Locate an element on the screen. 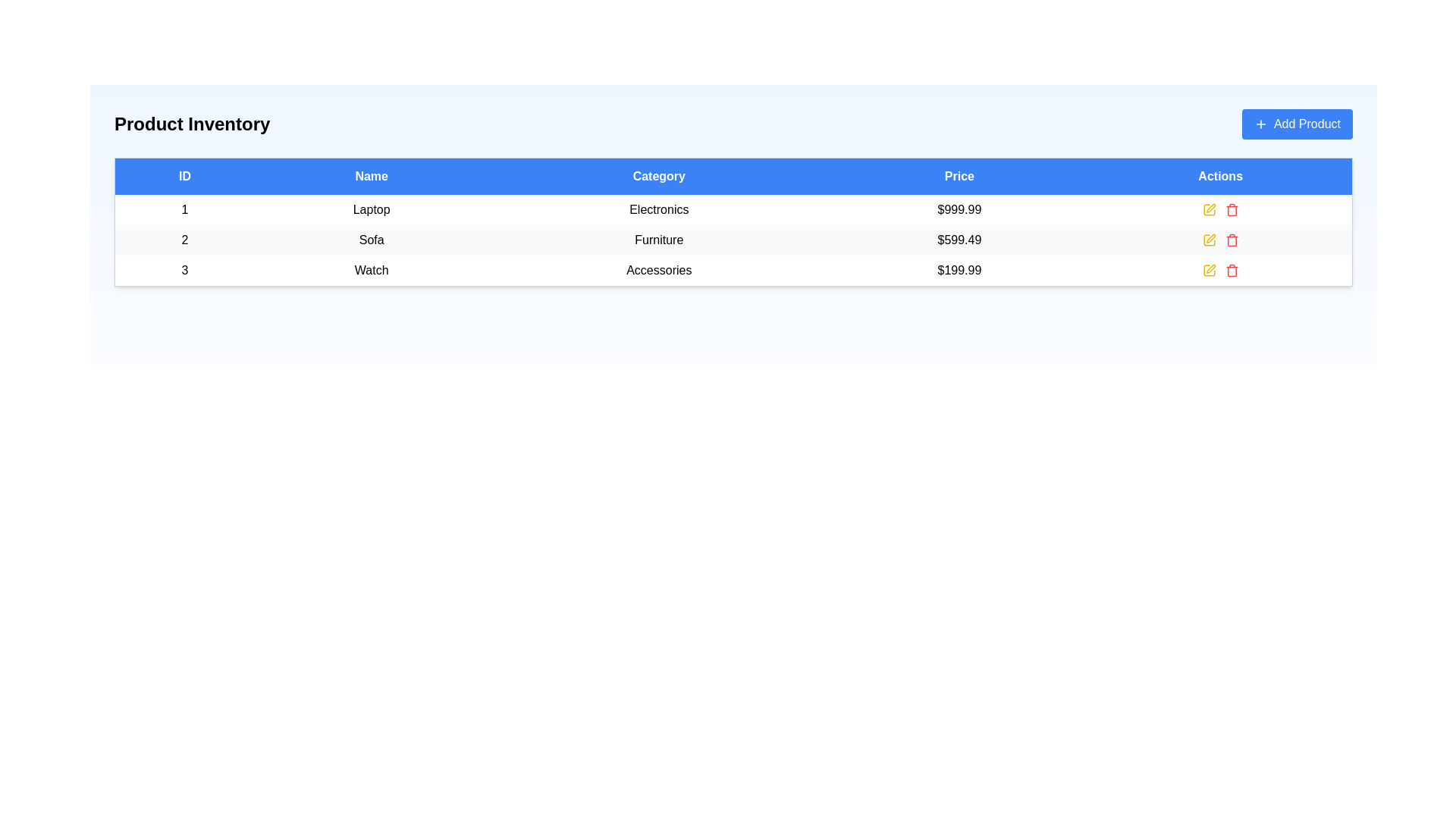 The width and height of the screenshot is (1456, 819). the icon button resembling a pen or pencil in the Actions column, located in the second row associated with the item 'Sofa' is located at coordinates (1210, 238).